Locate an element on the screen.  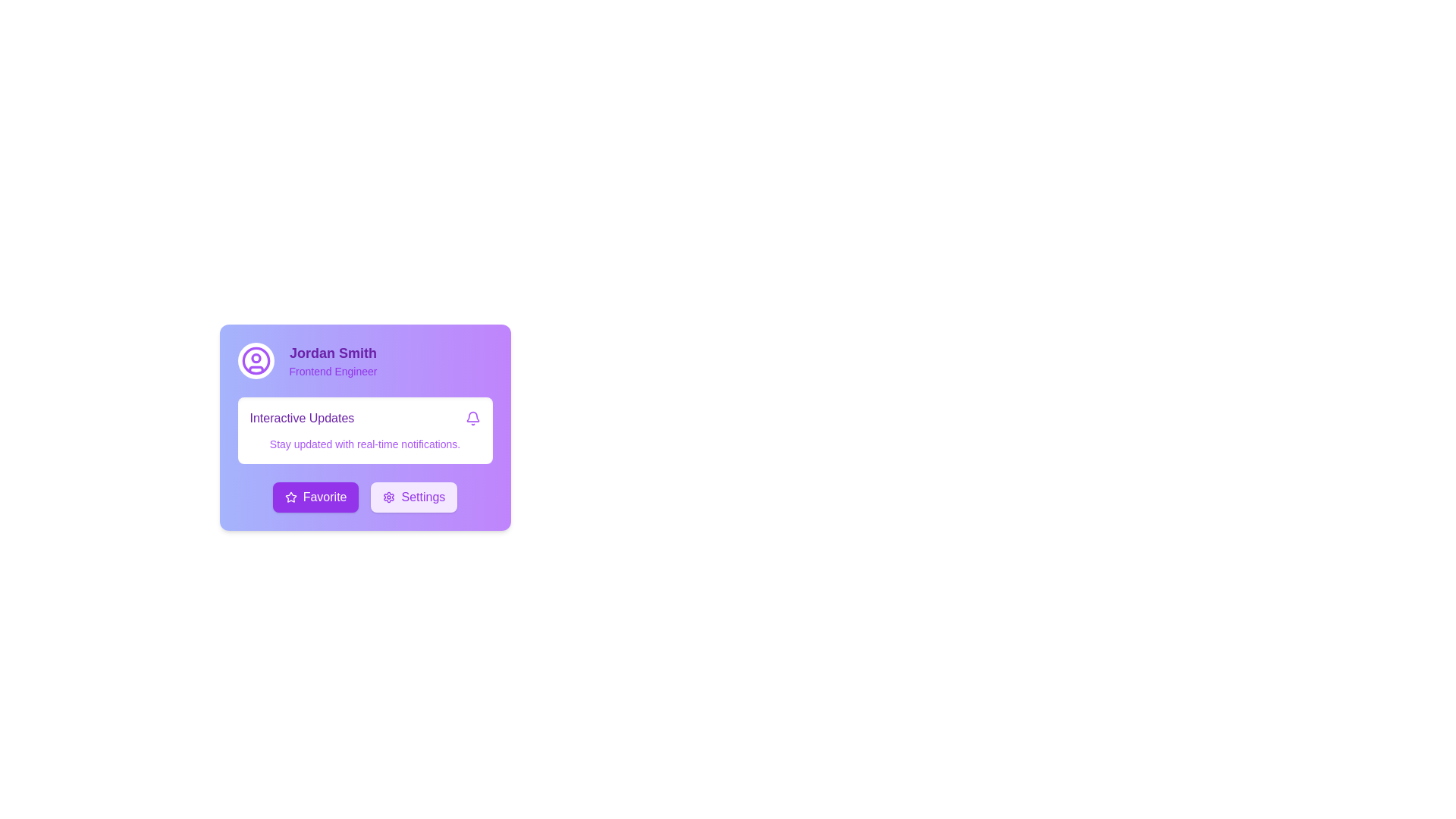
the largest SVG circle graphic that forms the outer boundary of the user icon located on the left side of the interface, above the text 'Jordan Smith Frontend Engineer' is located at coordinates (256, 360).